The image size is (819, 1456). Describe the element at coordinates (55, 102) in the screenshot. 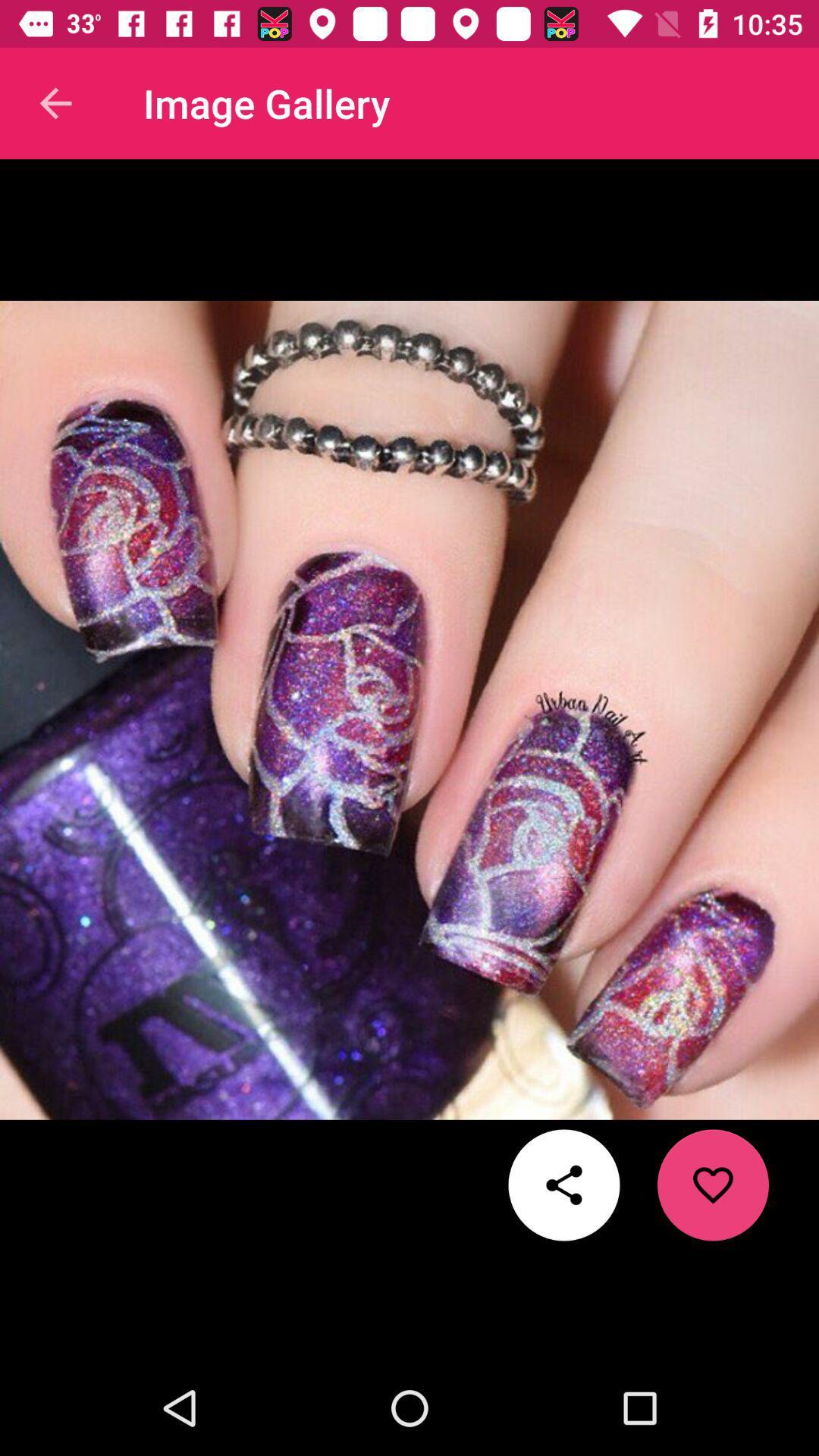

I see `the icon to the left of image gallery item` at that location.